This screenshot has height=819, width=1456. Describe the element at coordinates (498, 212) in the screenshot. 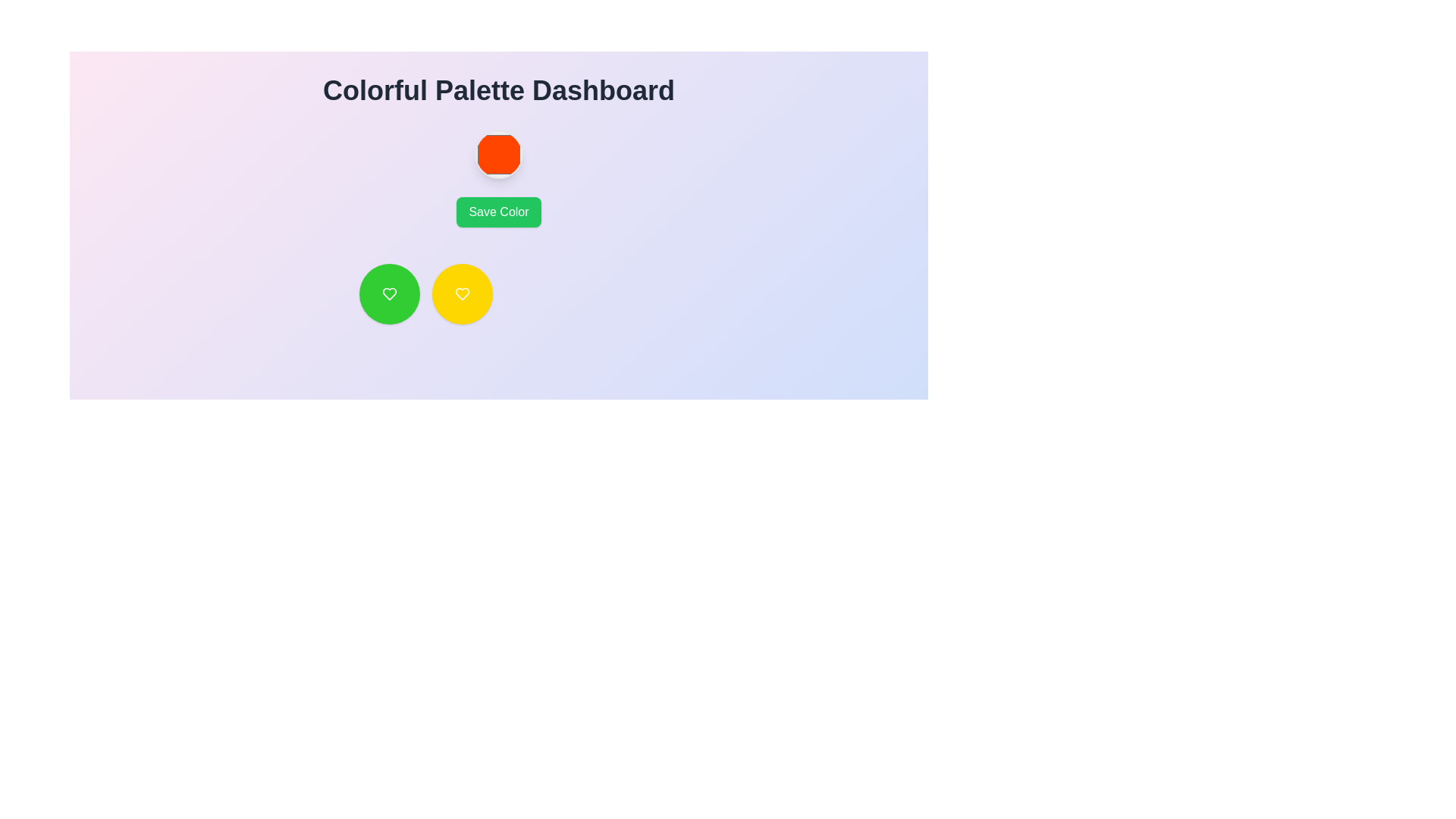

I see `the 'Save Color' button, which is a rectangular button with a green background and white text` at that location.